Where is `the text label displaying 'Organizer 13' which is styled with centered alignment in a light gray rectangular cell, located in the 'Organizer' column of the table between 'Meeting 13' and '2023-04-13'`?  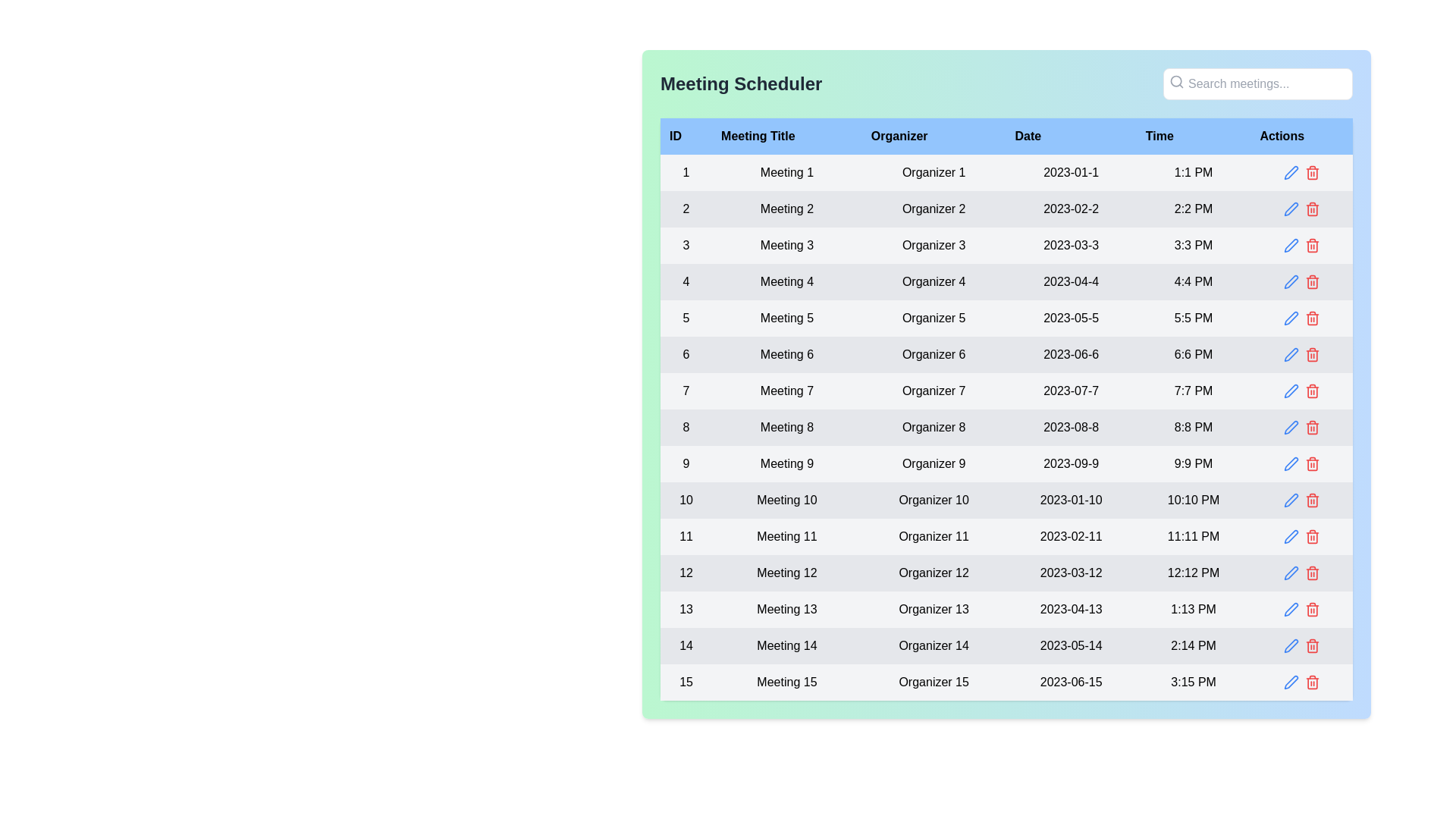
the text label displaying 'Organizer 13' which is styled with centered alignment in a light gray rectangular cell, located in the 'Organizer' column of the table between 'Meeting 13' and '2023-04-13' is located at coordinates (933, 608).